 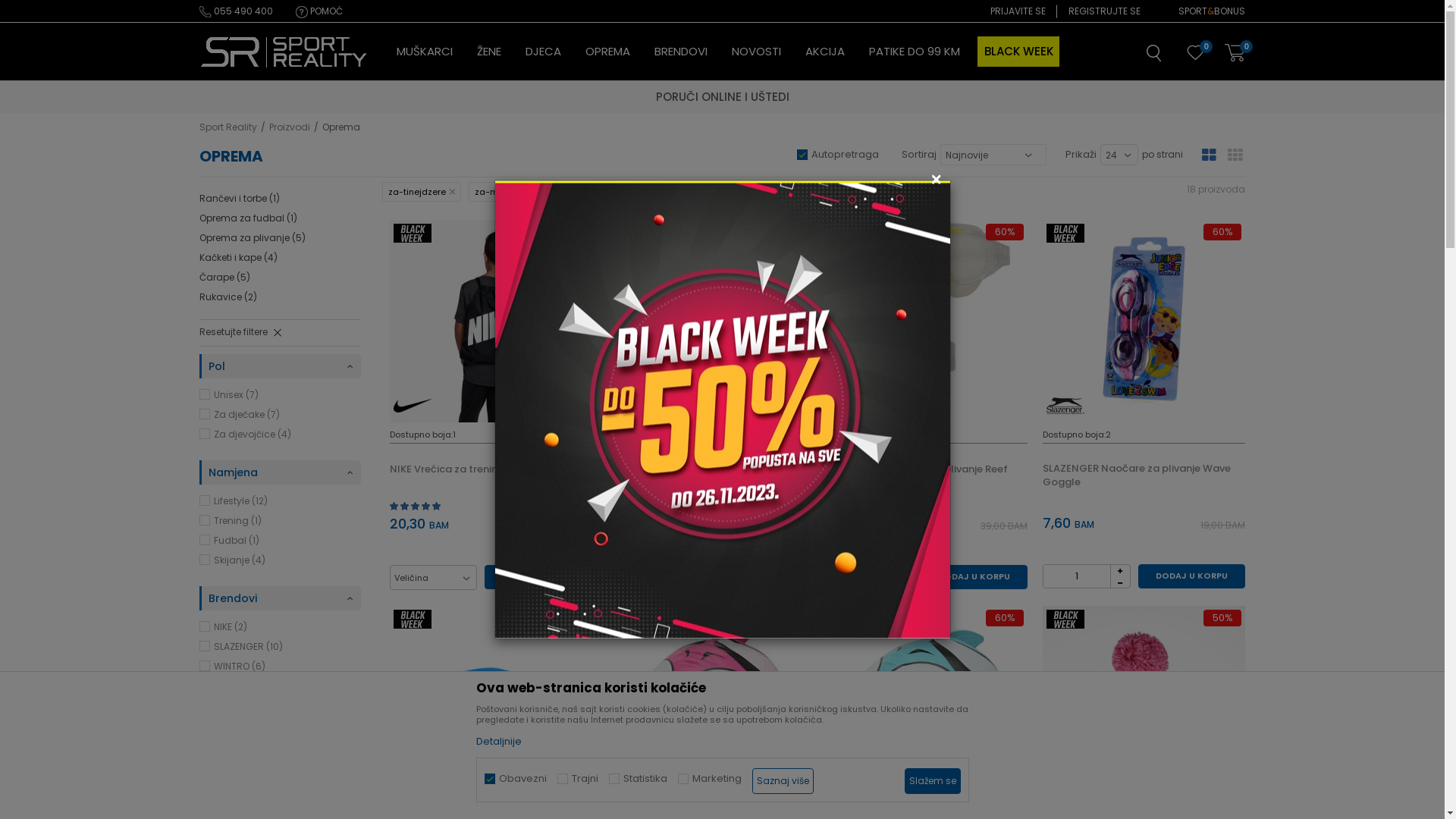 I want to click on 'Oprema za fudbal (1)', so click(x=198, y=218).